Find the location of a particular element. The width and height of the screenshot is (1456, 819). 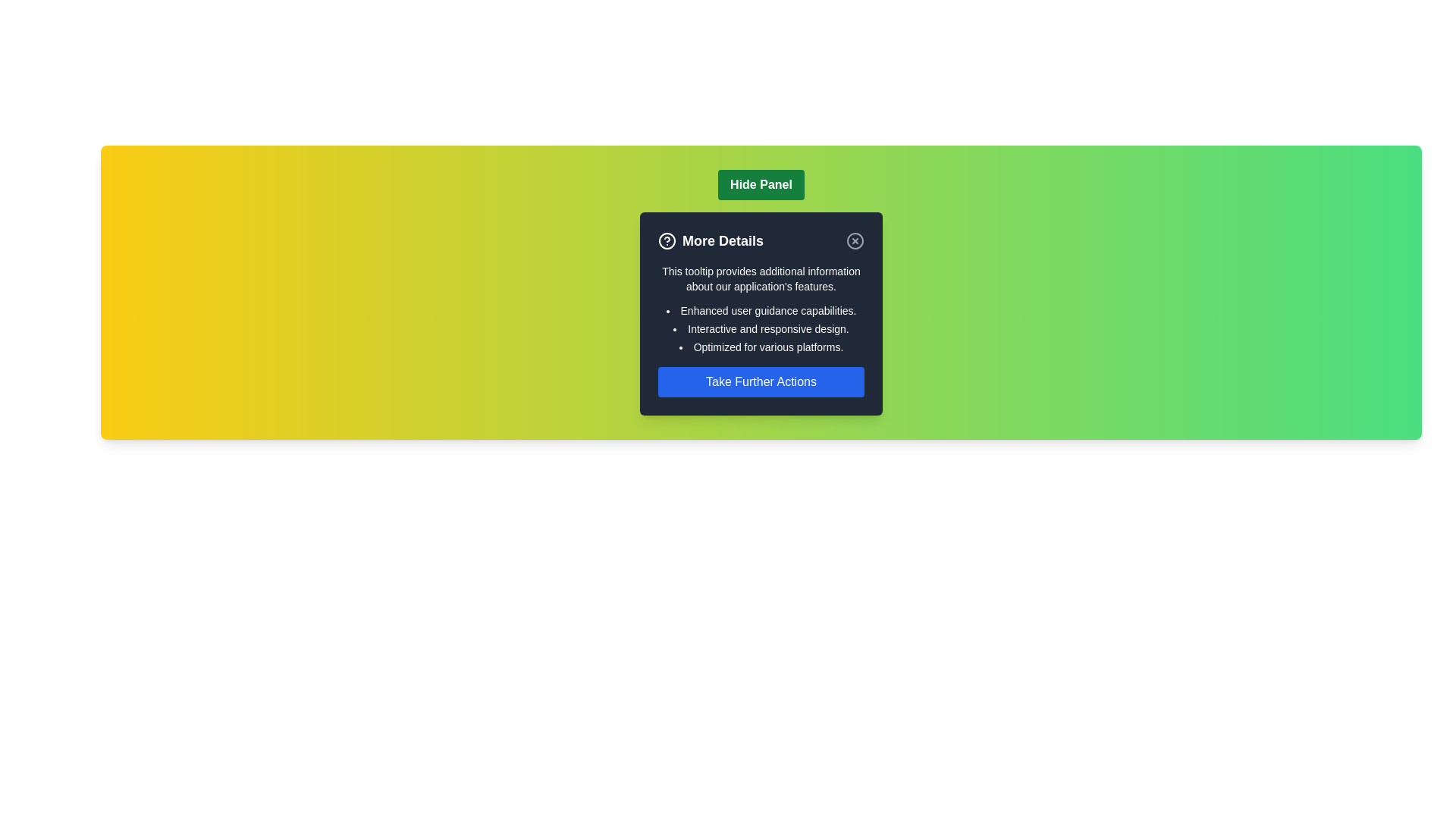

the bold heading labeled 'More Details' with an adjacent help icon, which is centrally located within the tooltip header is located at coordinates (710, 240).